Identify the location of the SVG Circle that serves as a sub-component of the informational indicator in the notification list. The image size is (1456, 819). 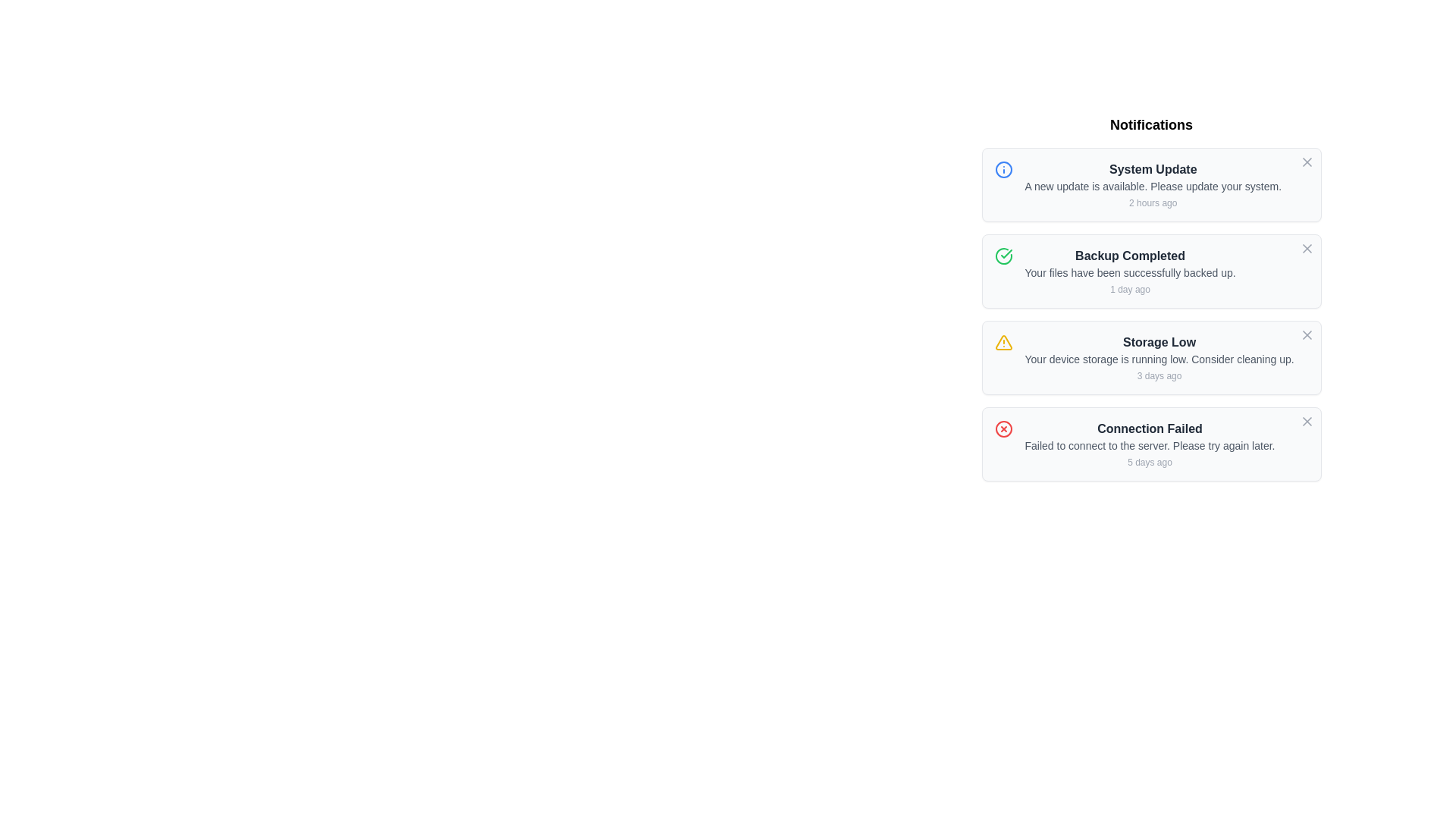
(1003, 169).